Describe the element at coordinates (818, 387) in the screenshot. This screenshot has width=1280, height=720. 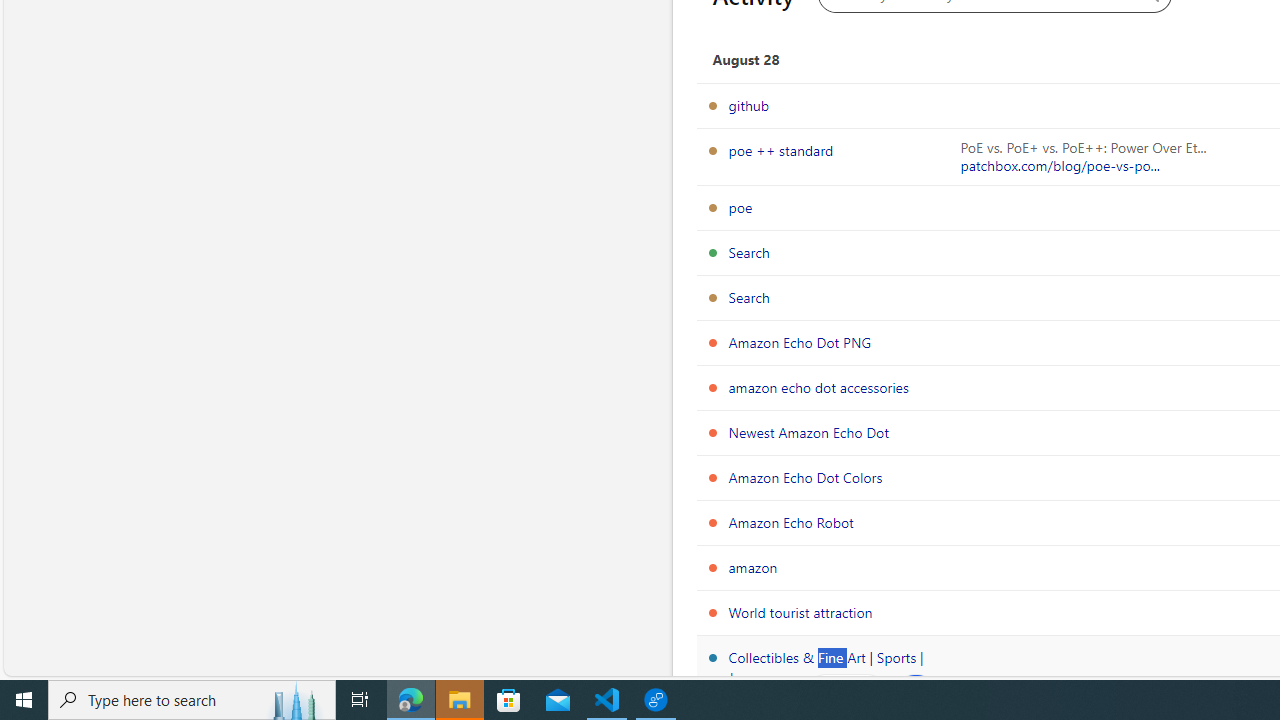
I see `'amazon echo dot accessories'` at that location.